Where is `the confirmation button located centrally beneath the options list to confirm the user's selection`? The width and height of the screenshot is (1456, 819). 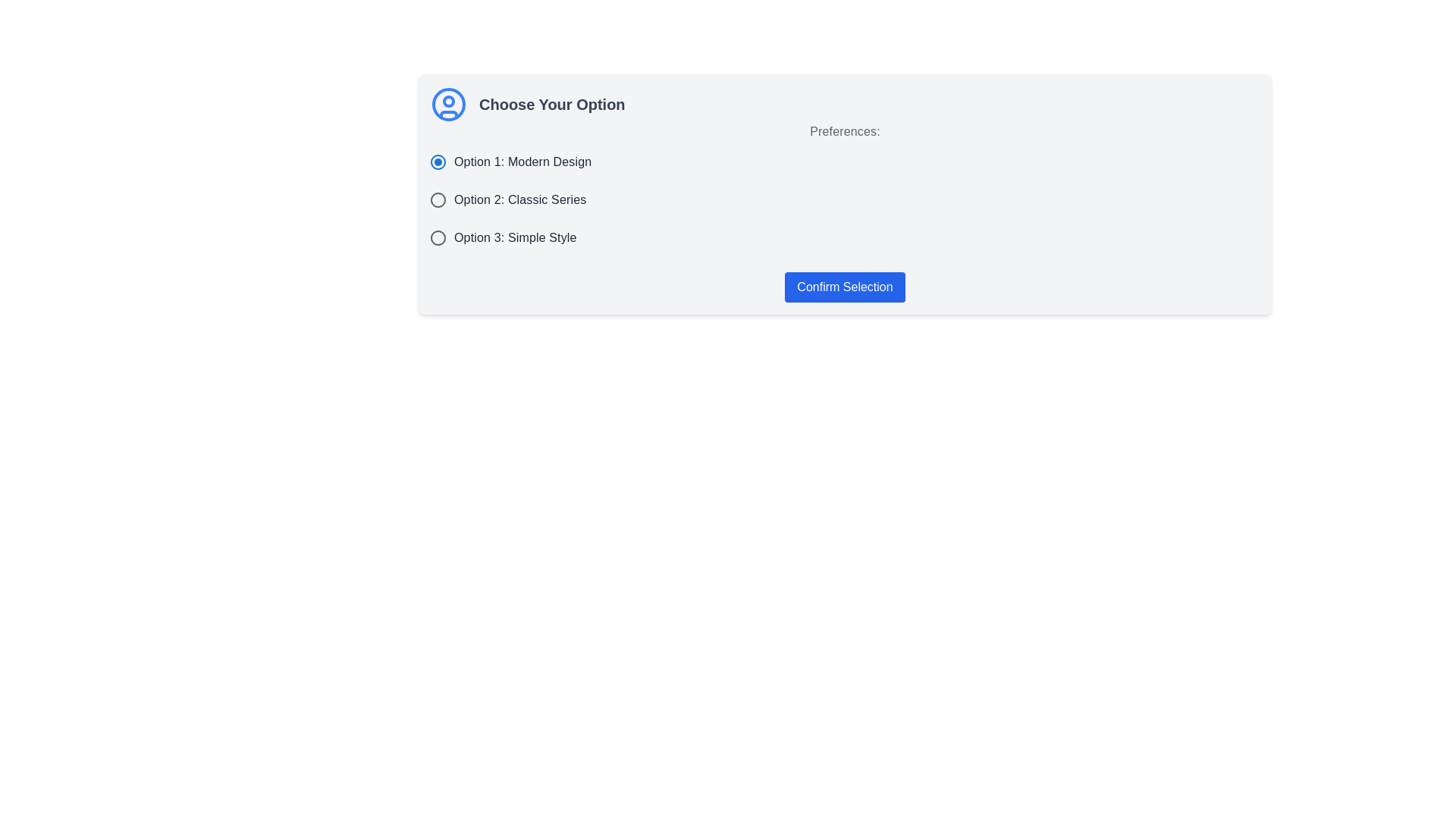
the confirmation button located centrally beneath the options list to confirm the user's selection is located at coordinates (844, 287).